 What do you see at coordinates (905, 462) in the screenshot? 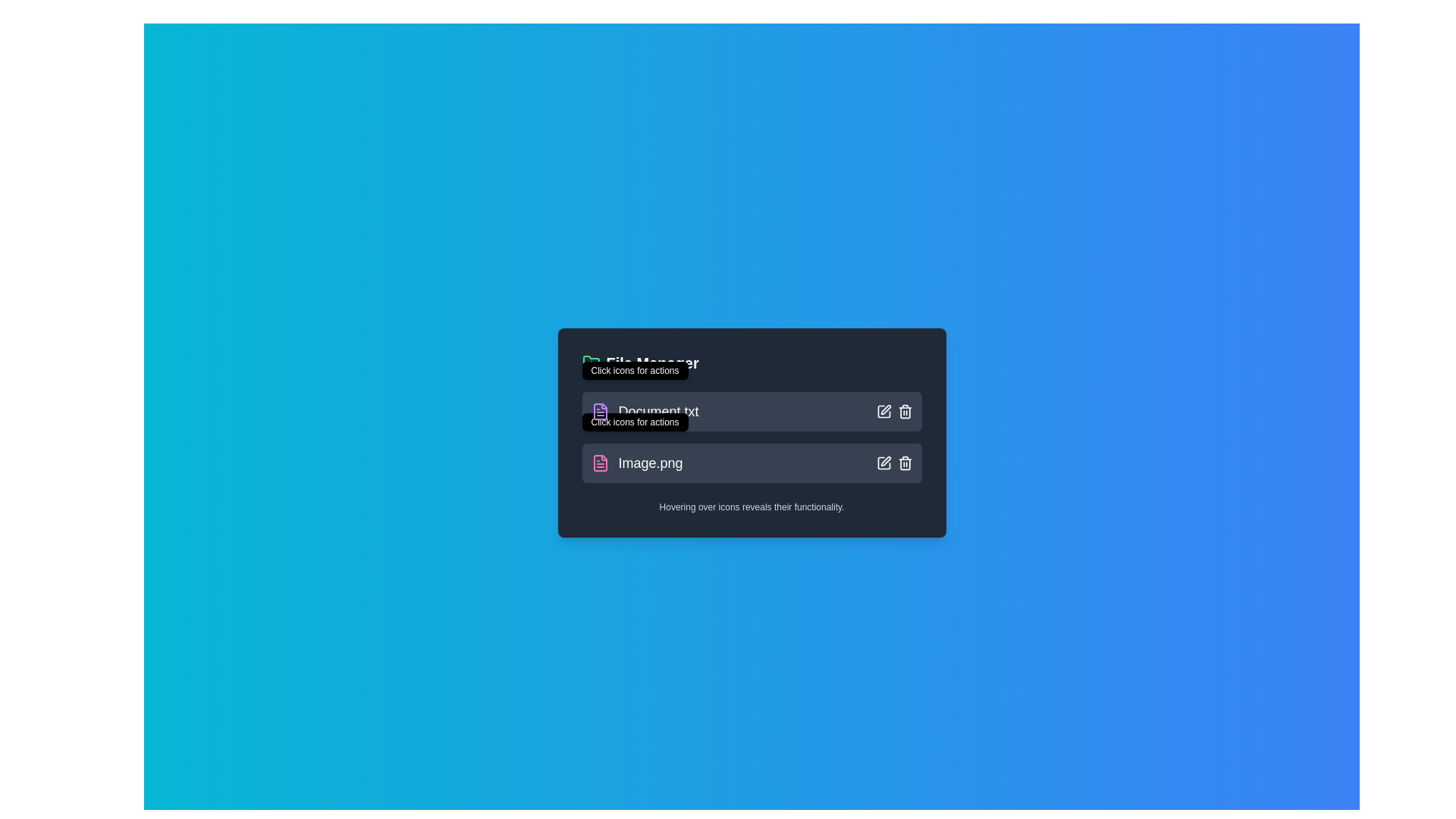
I see `the delete icon button located as the rightmost element in the second row of action icons for the item labeled 'Image.png'` at bounding box center [905, 462].